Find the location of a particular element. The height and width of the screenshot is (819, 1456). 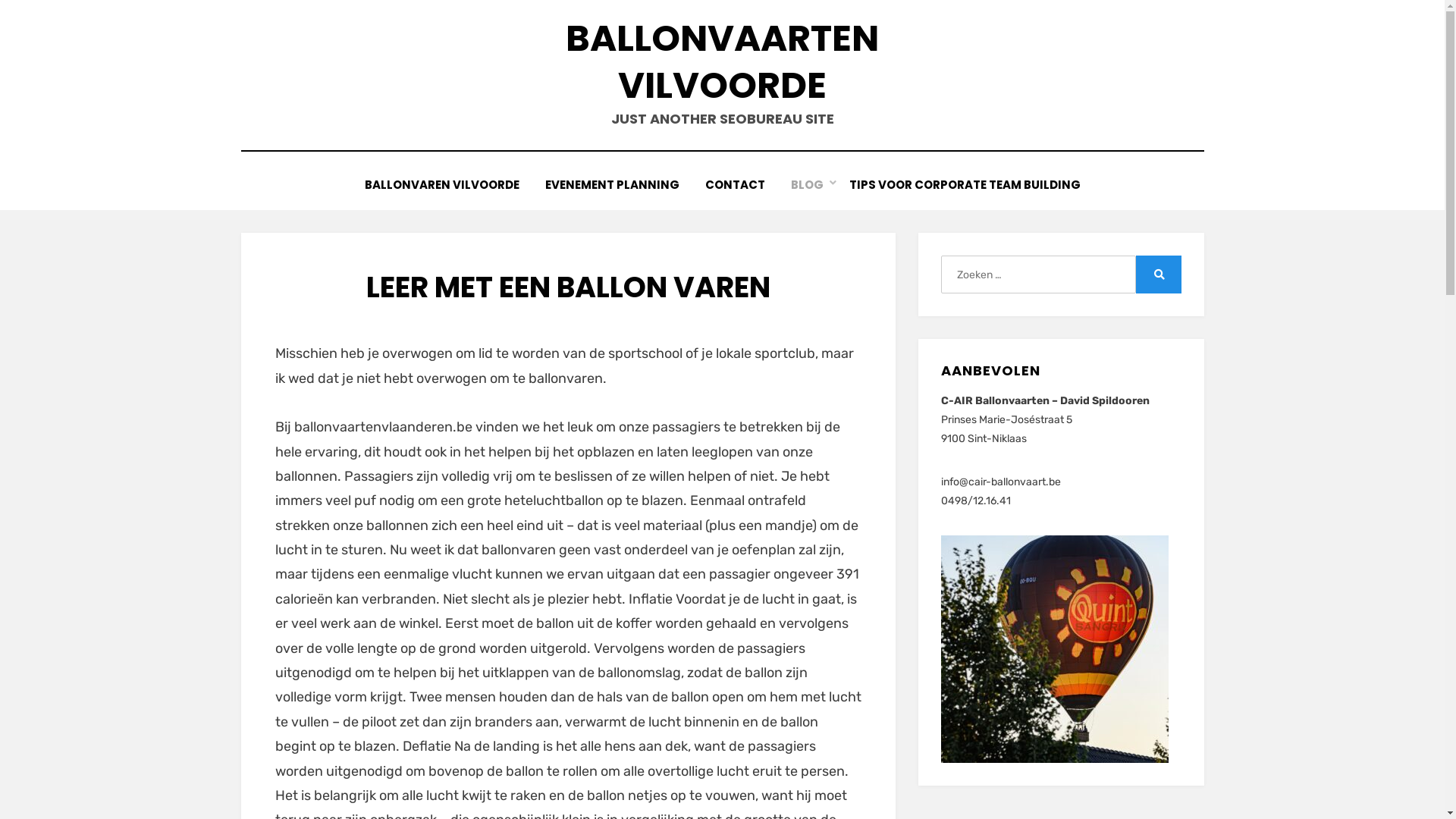

'BALLONVAREN VILVOORDE' is located at coordinates (441, 184).